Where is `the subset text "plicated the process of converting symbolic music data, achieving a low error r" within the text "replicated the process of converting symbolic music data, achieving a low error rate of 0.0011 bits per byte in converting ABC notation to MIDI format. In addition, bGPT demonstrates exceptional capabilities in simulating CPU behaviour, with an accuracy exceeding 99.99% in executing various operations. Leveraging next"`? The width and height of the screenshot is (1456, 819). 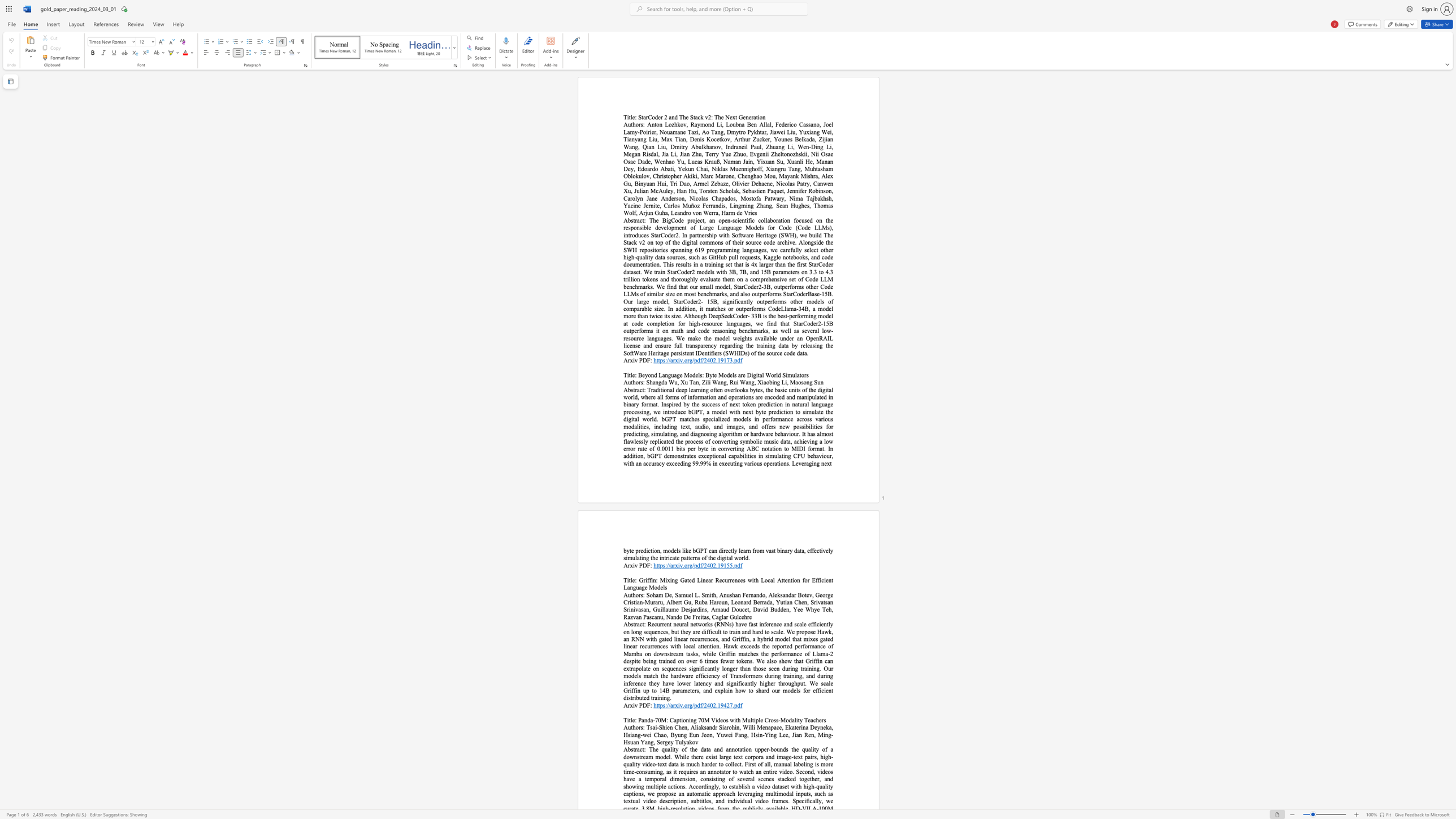
the subset text "plicated the process of converting symbolic music data, achieving a low error r" within the text "replicated the process of converting symbolic music data, achieving a low error rate of 0.0011 bits per byte in converting ABC notation to MIDI format. In addition, bGPT demonstrates exceptional capabilities in simulating CPU behaviour, with an accuracy exceeding 99.99% in executing various operations. Leveraging next" is located at coordinates (654, 441).